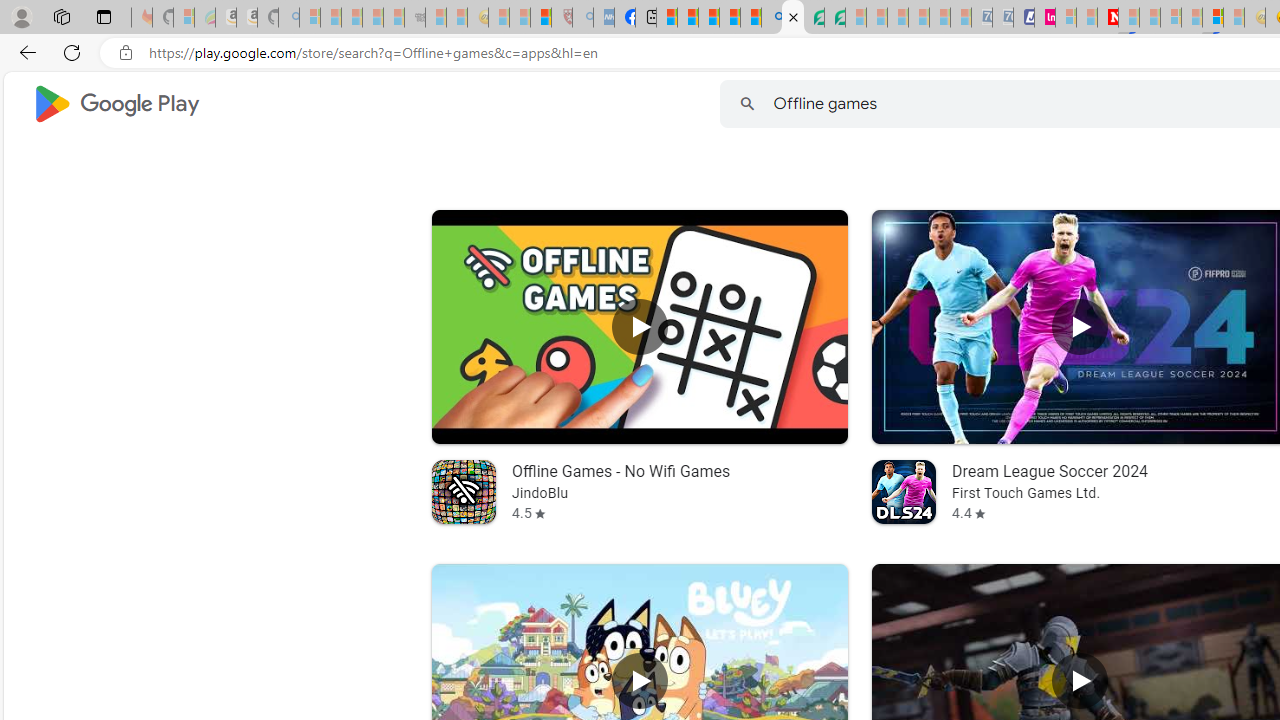 The image size is (1280, 720). I want to click on 'Terms of Use Agreement', so click(814, 17).